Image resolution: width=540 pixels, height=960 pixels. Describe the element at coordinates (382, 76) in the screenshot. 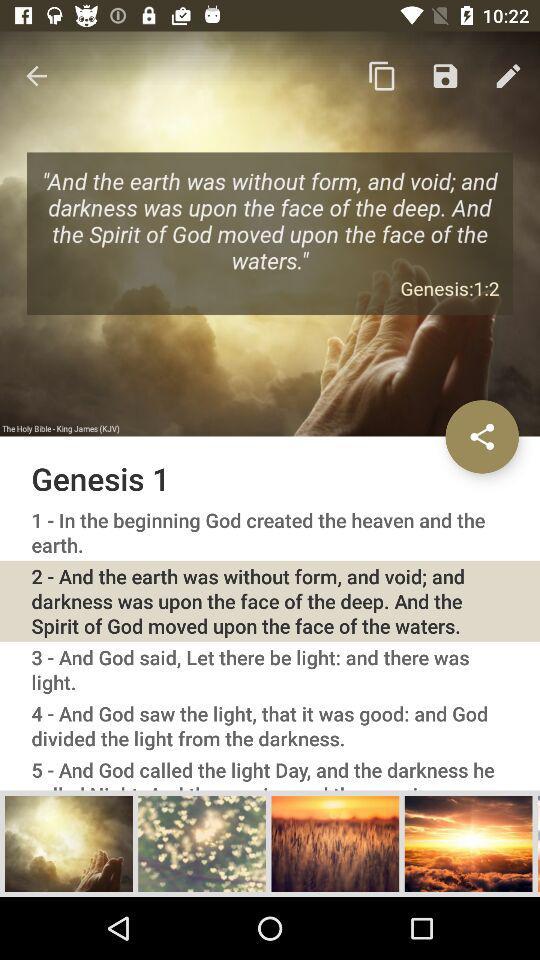

I see `the icon above genesis 1 icon` at that location.